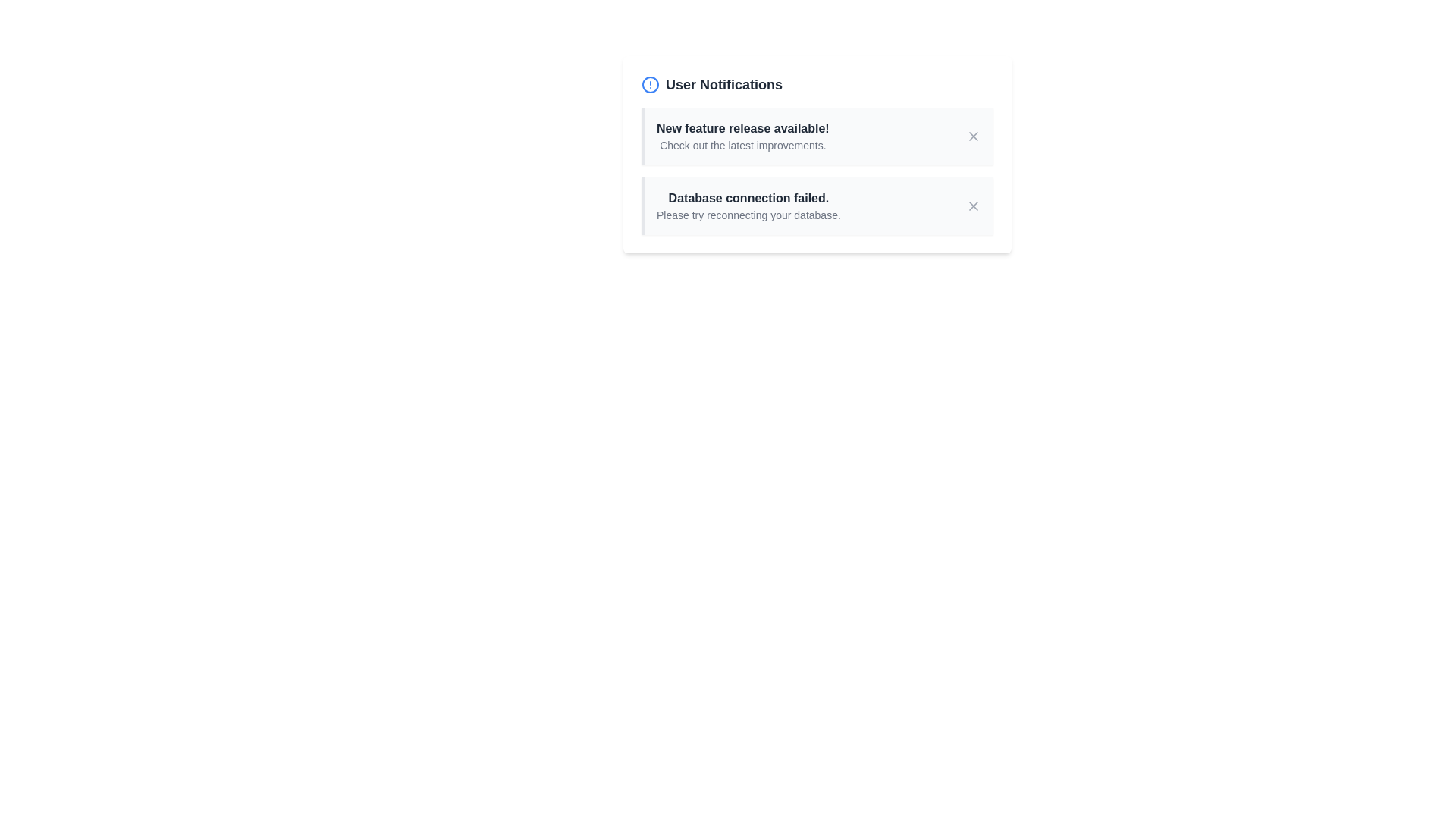 This screenshot has height=819, width=1456. What do you see at coordinates (651, 84) in the screenshot?
I see `the icon located at the top-left corner of the 'User Notifications' header section, which serves as a visual indicator or alert symbol` at bounding box center [651, 84].